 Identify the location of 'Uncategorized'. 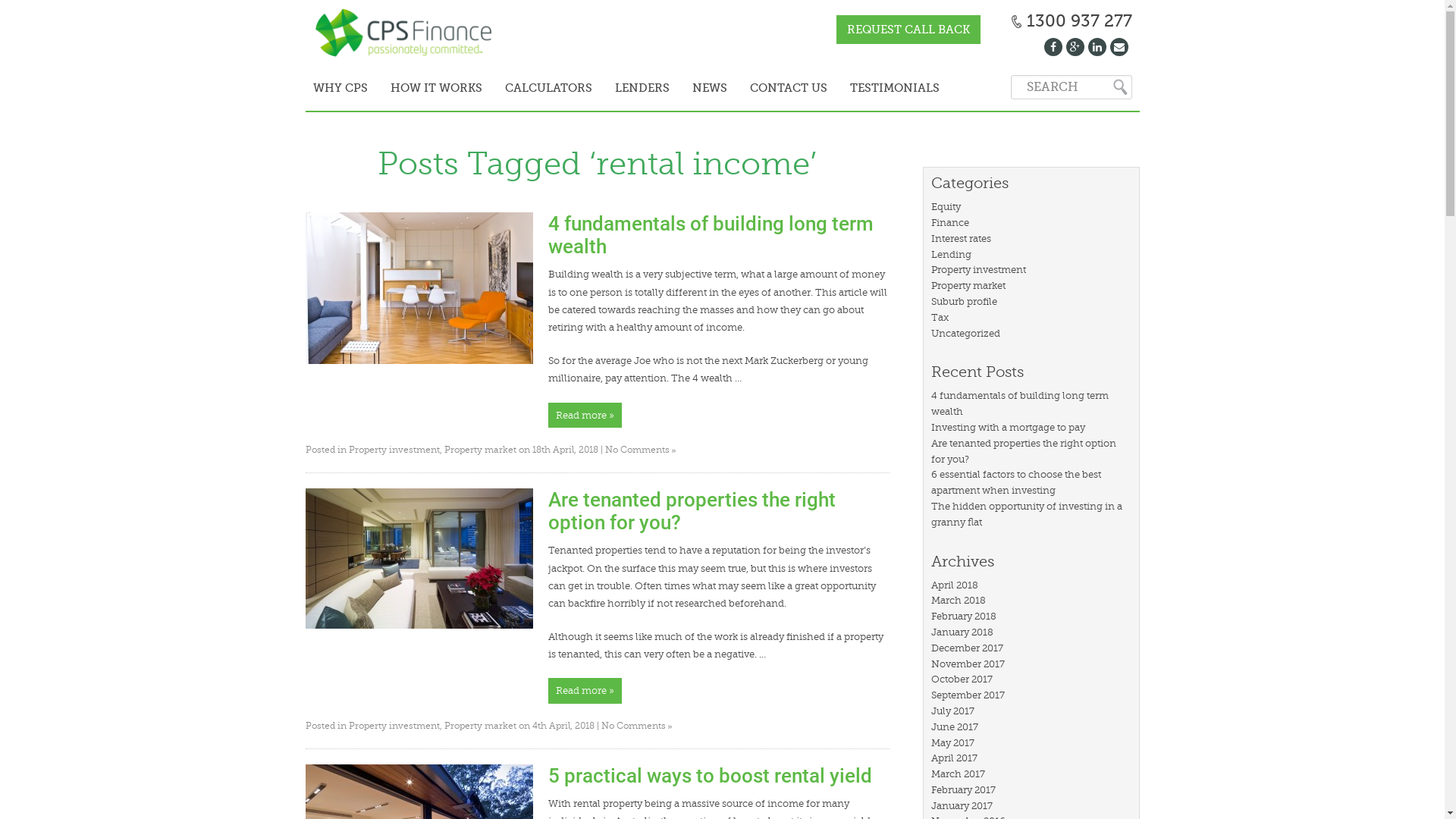
(965, 332).